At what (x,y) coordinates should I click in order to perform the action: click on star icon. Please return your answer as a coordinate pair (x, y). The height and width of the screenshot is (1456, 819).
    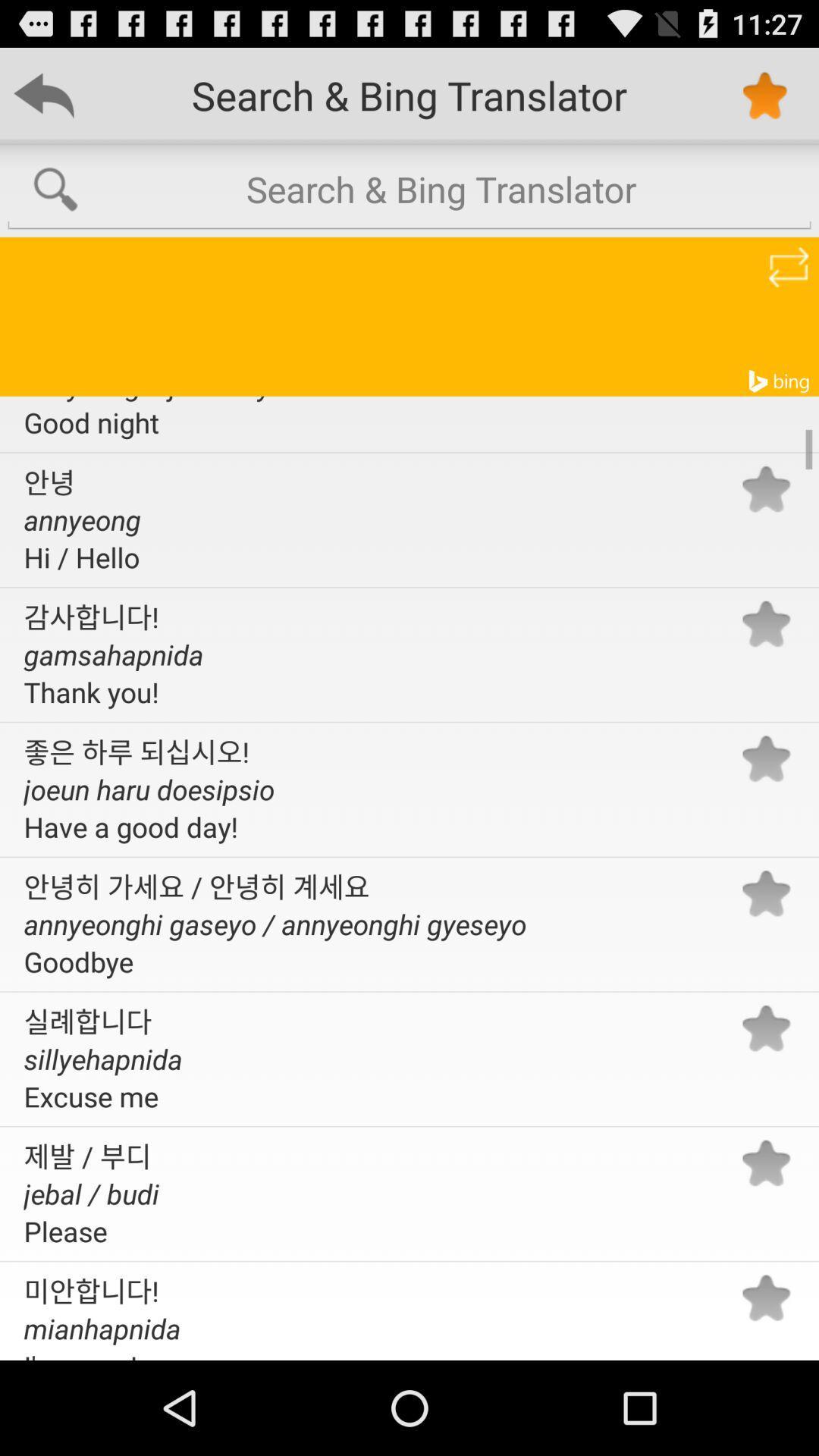
    Looking at the image, I should click on (765, 94).